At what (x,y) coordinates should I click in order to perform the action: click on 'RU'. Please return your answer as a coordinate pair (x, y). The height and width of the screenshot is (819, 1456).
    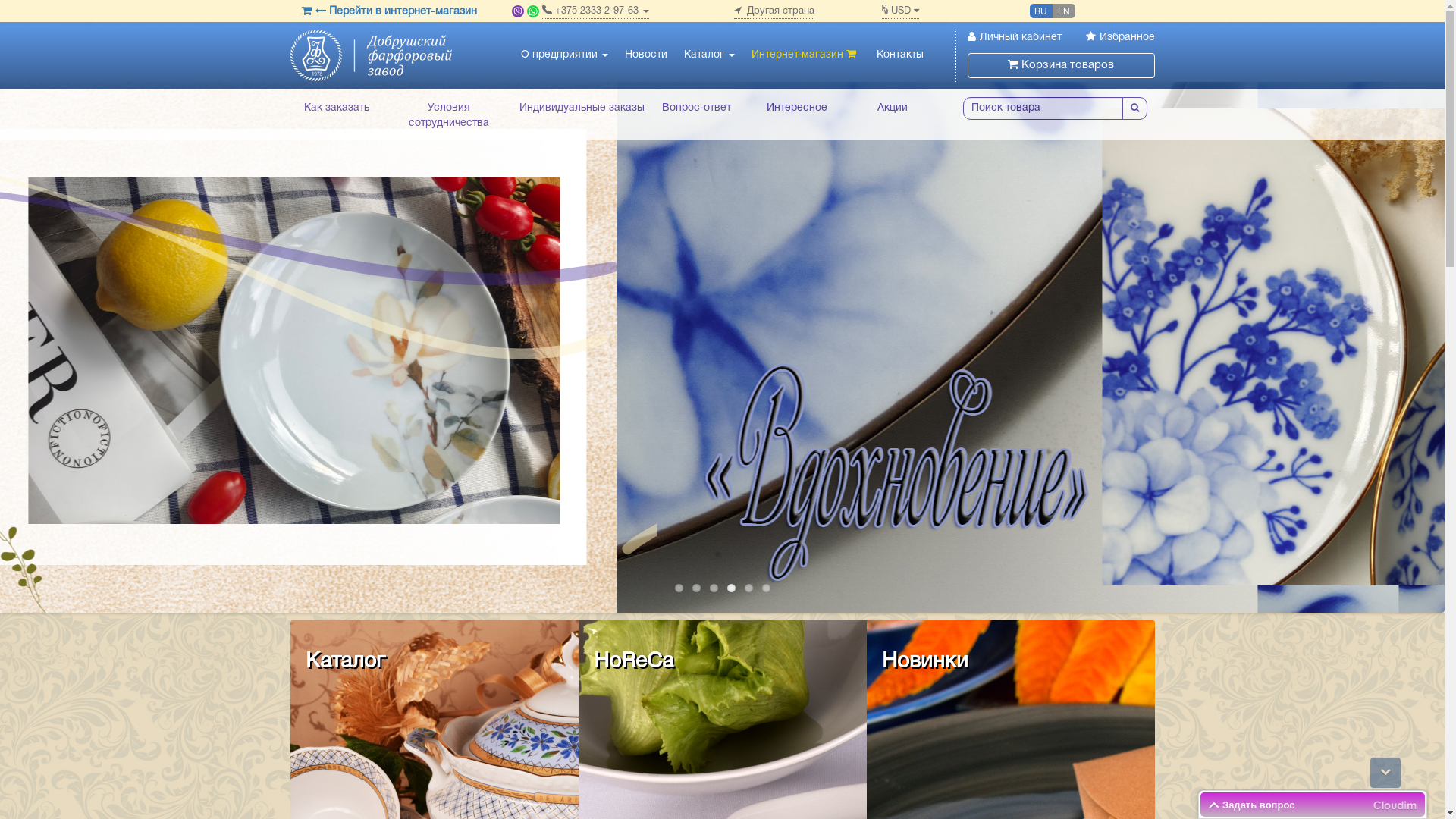
    Looking at the image, I should click on (1040, 11).